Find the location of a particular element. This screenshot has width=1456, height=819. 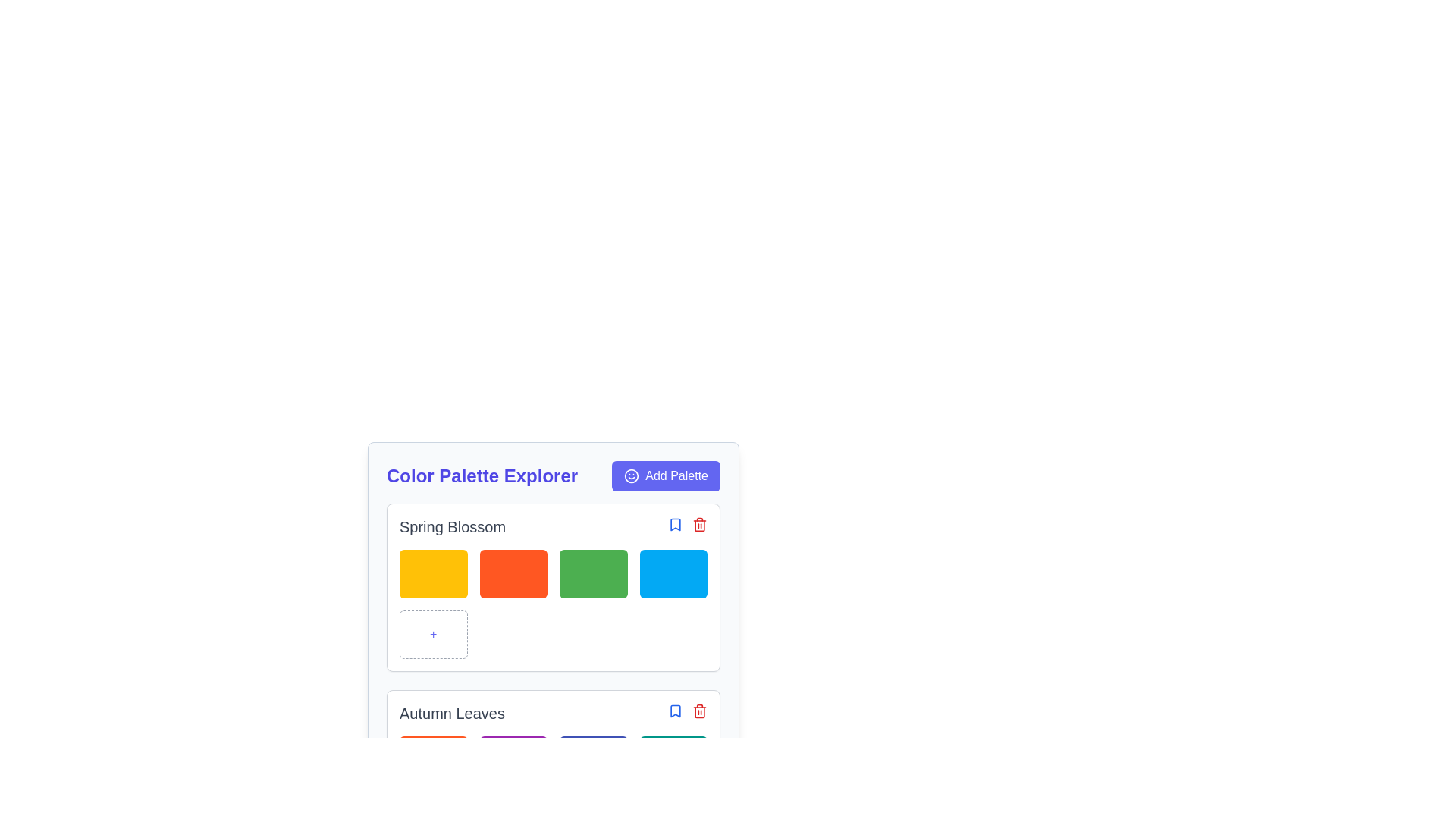

the '+' symbol button in the 'Spring Blossom' palette section, which adds a new item or tile to the current palette is located at coordinates (432, 635).